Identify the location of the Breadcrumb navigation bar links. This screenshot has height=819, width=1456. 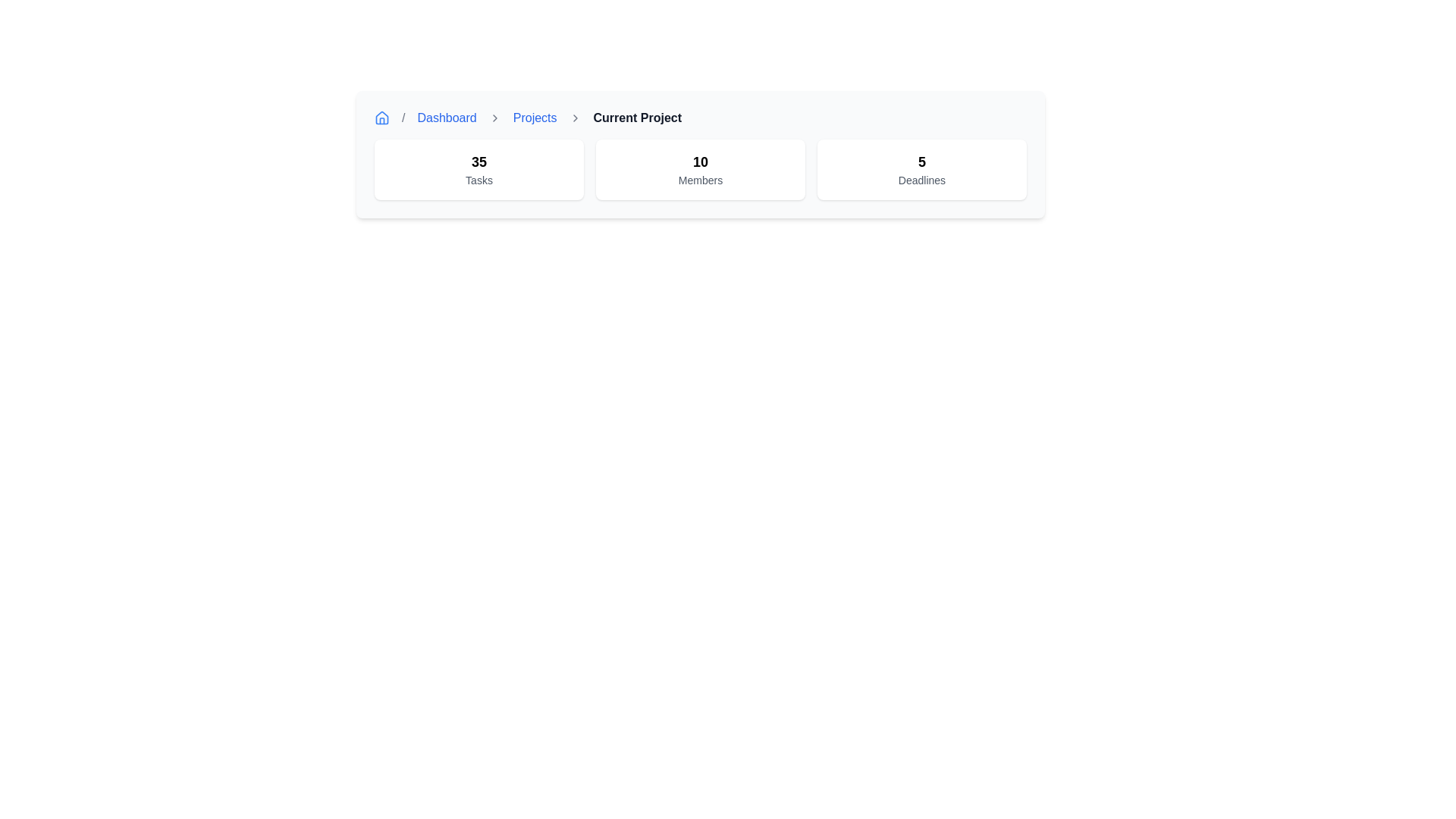
(700, 117).